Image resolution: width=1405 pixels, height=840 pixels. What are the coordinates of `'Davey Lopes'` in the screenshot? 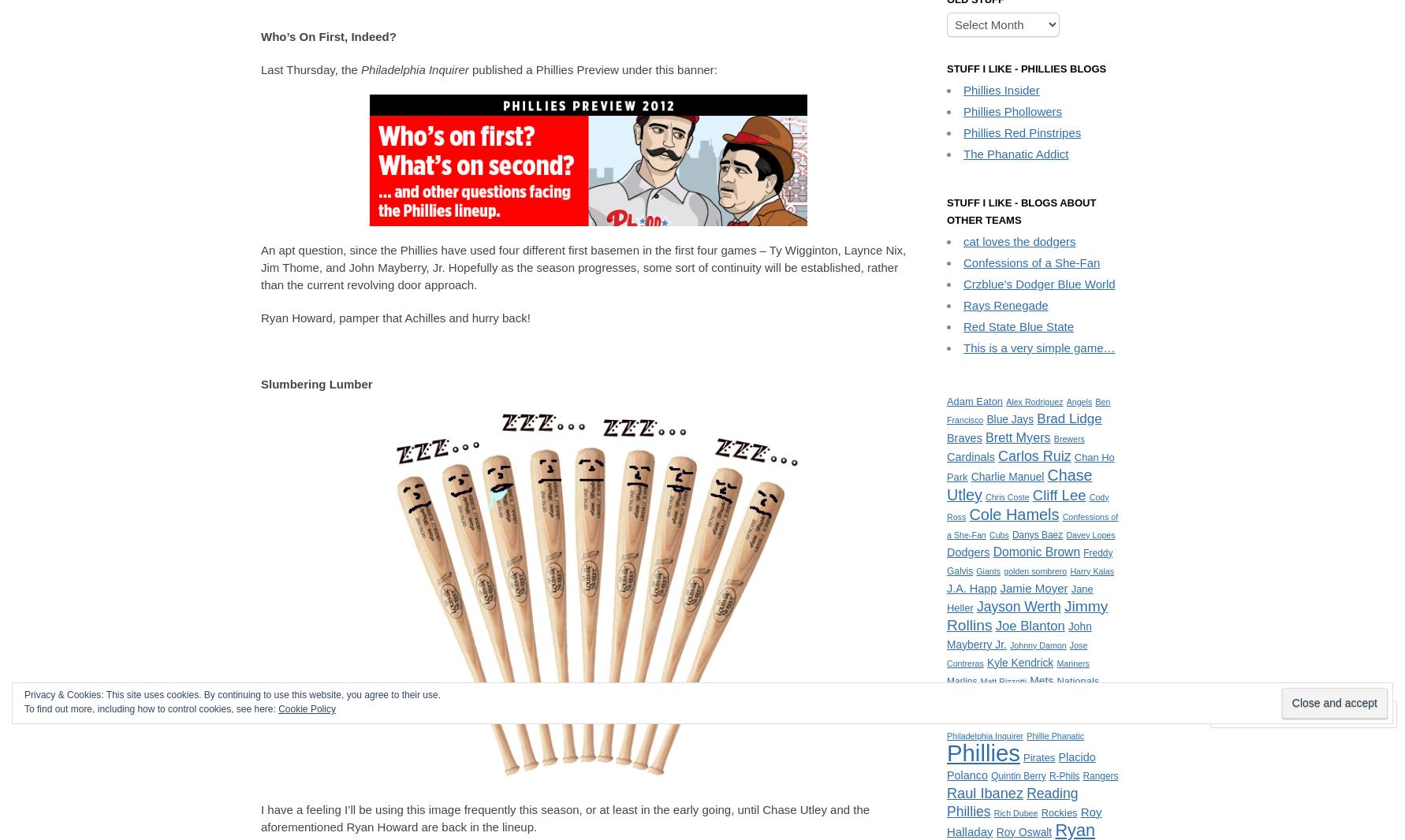 It's located at (1090, 533).